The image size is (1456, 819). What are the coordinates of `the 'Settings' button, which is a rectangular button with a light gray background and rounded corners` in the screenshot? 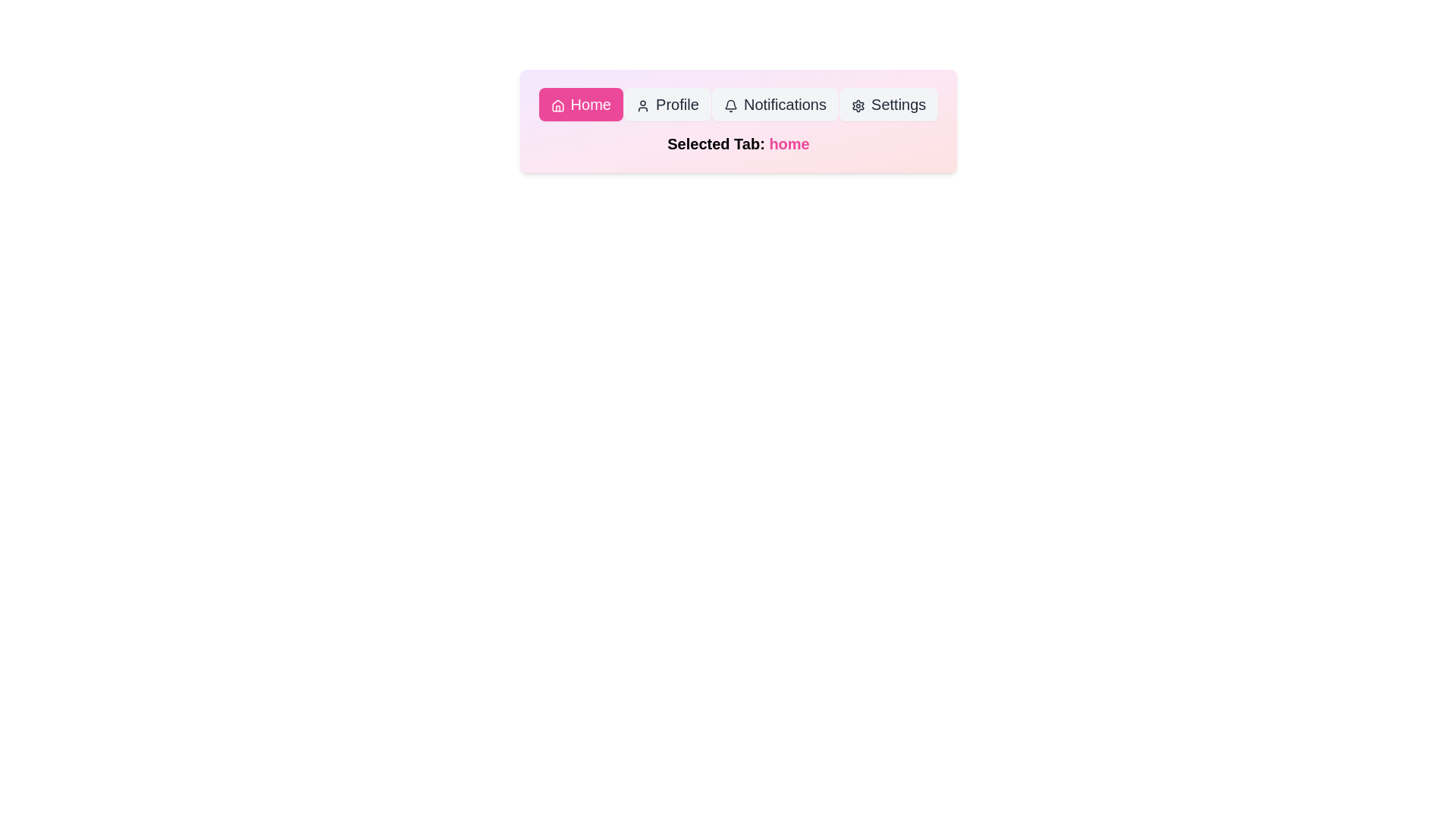 It's located at (889, 104).